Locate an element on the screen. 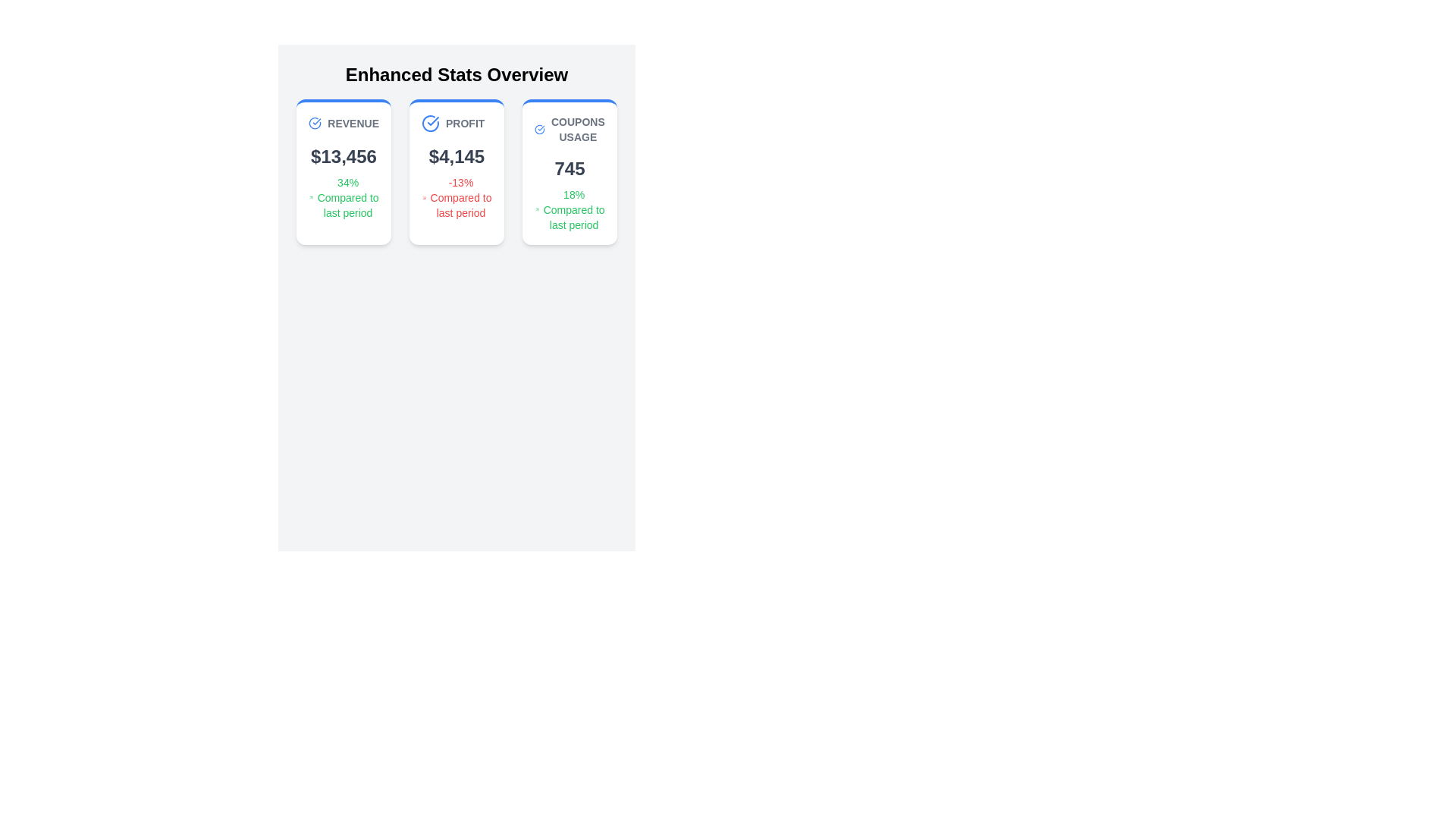 Image resolution: width=1456 pixels, height=819 pixels. the green arrow icon representing progress, located to the left of the text '34% Compared to last period' within the 'REVENUE' card is located at coordinates (310, 197).